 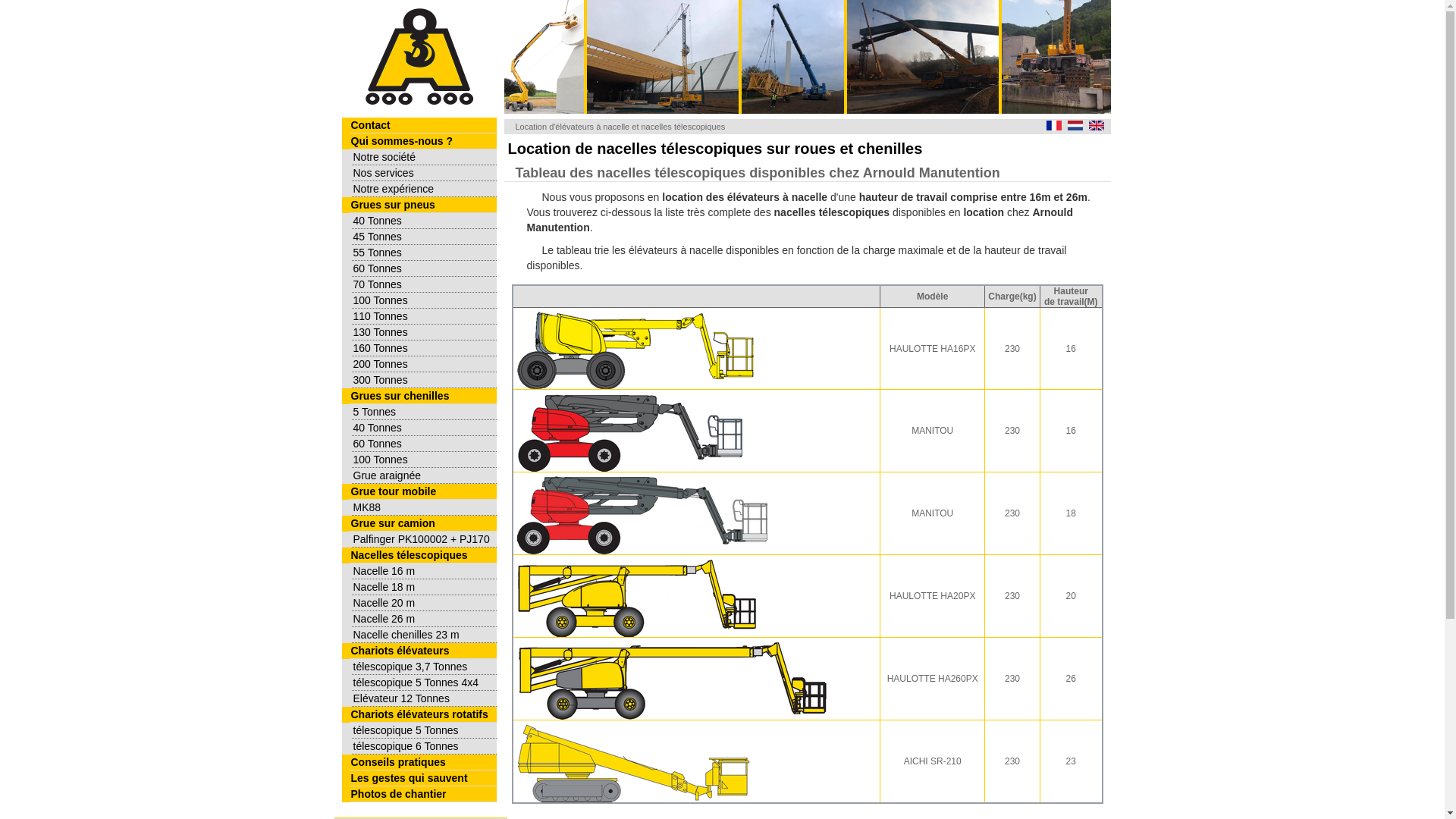 I want to click on 'Grue sur camion', so click(x=422, y=522).